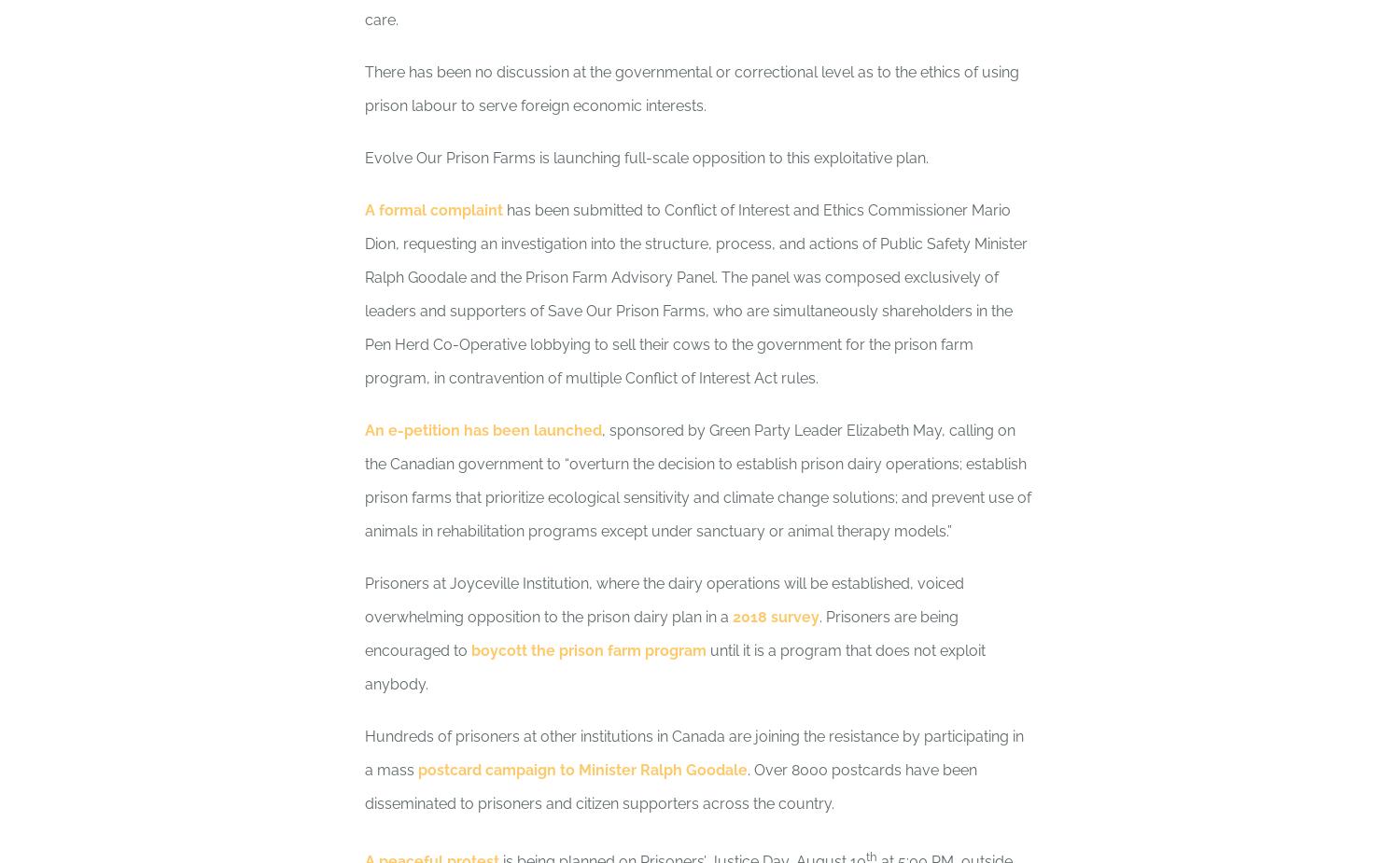 Image resolution: width=1400 pixels, height=863 pixels. Describe the element at coordinates (697, 480) in the screenshot. I see `', sponsored by Green Party Leader Elizabeth May, calling on the Canadian government to “overturn the decision to establish prison dairy operations; establish prison farms that prioritize ecological sensitivity and climate change solutions; and prevent use of animals in rehabilitation programs except under sanctuary or animal therapy models.”'` at that location.